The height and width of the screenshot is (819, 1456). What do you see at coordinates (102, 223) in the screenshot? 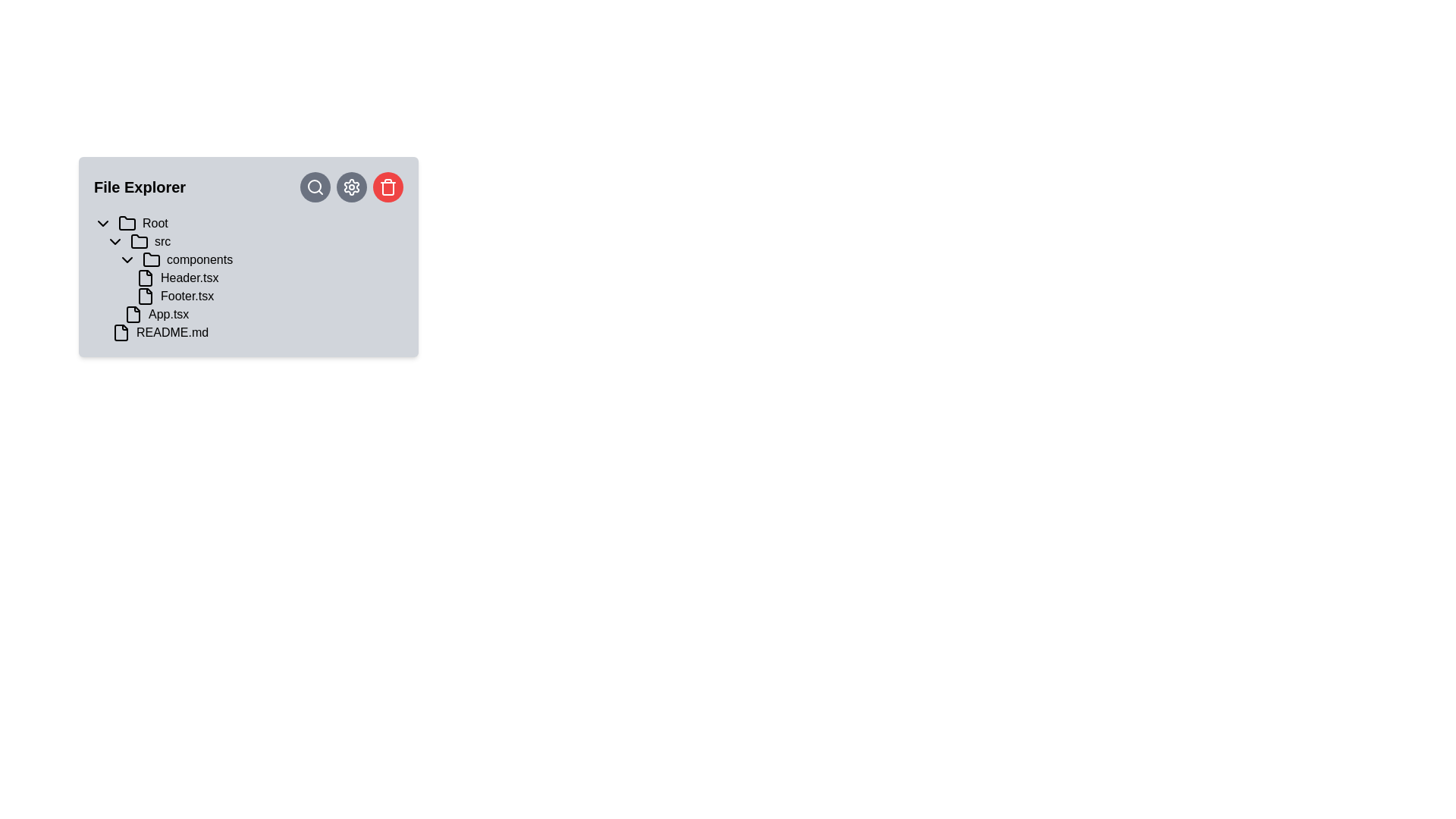
I see `the downward-pointing chevron icon located to the left of the 'Root' label for visual feedback` at bounding box center [102, 223].